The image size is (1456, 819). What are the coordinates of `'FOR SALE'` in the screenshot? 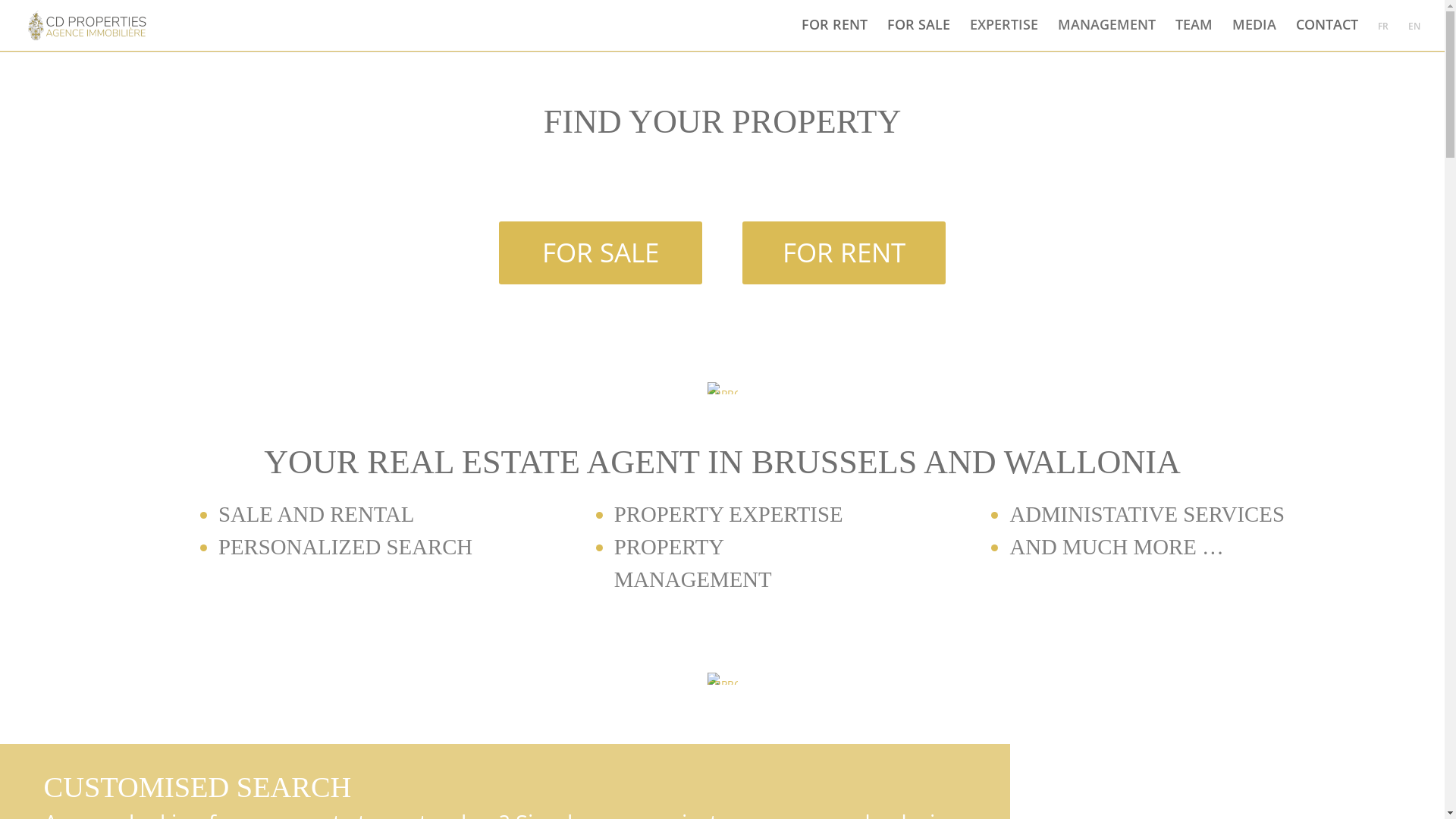 It's located at (918, 33).